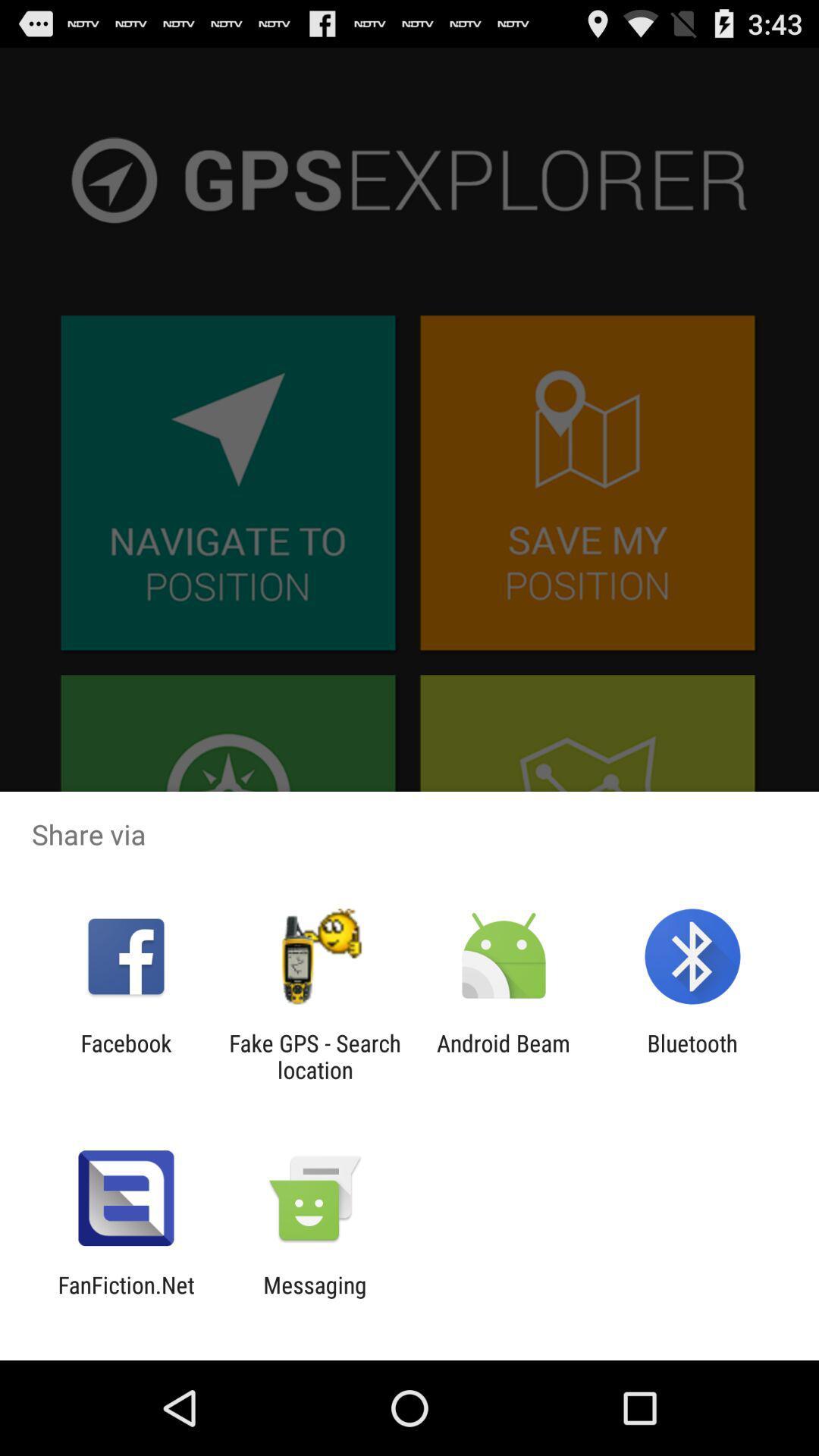 This screenshot has width=819, height=1456. What do you see at coordinates (692, 1056) in the screenshot?
I see `the icon to the right of the android beam item` at bounding box center [692, 1056].